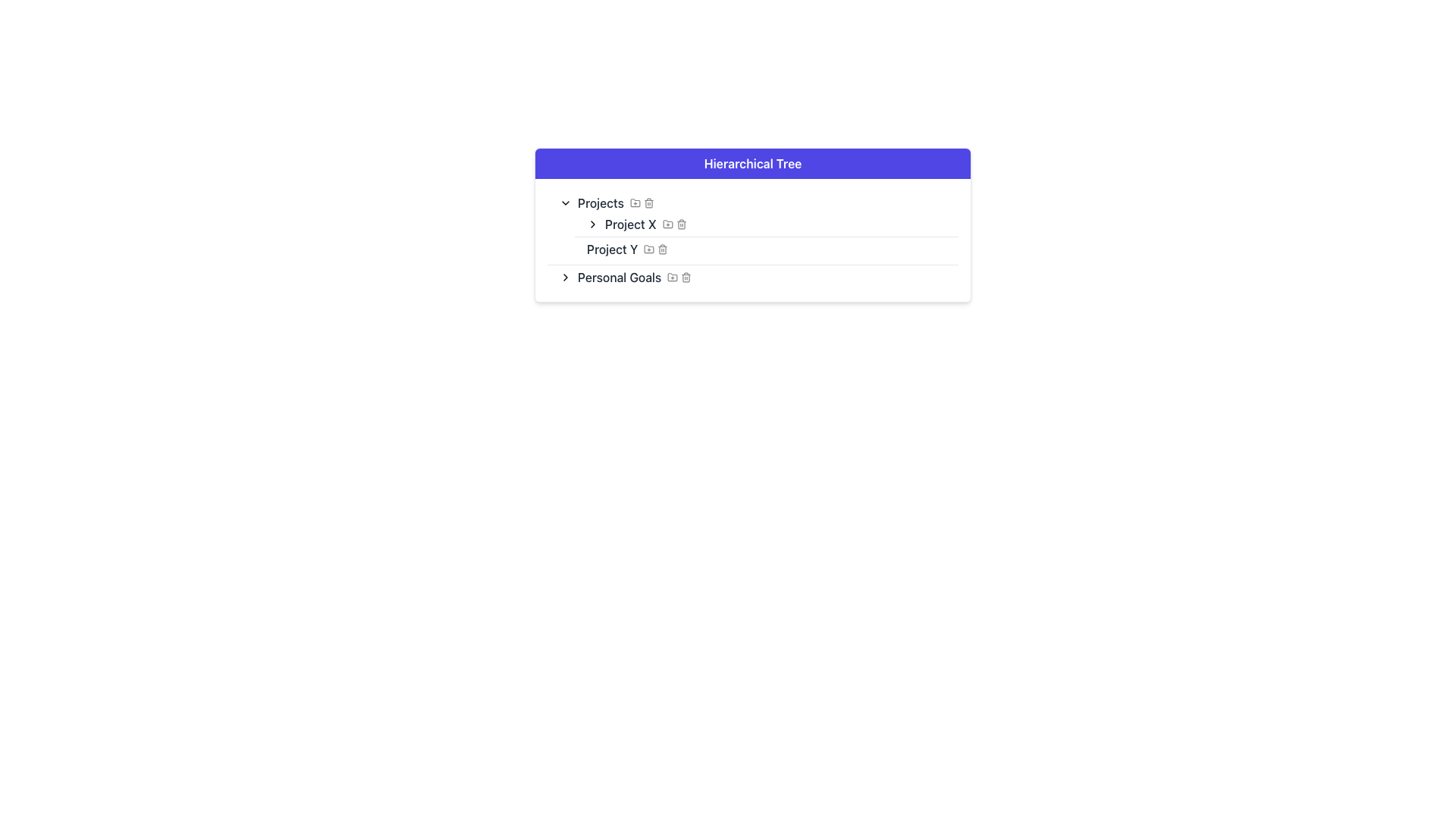 The height and width of the screenshot is (819, 1456). Describe the element at coordinates (564, 278) in the screenshot. I see `the chevron icon located to the left of the 'Personal Goals' text` at that location.